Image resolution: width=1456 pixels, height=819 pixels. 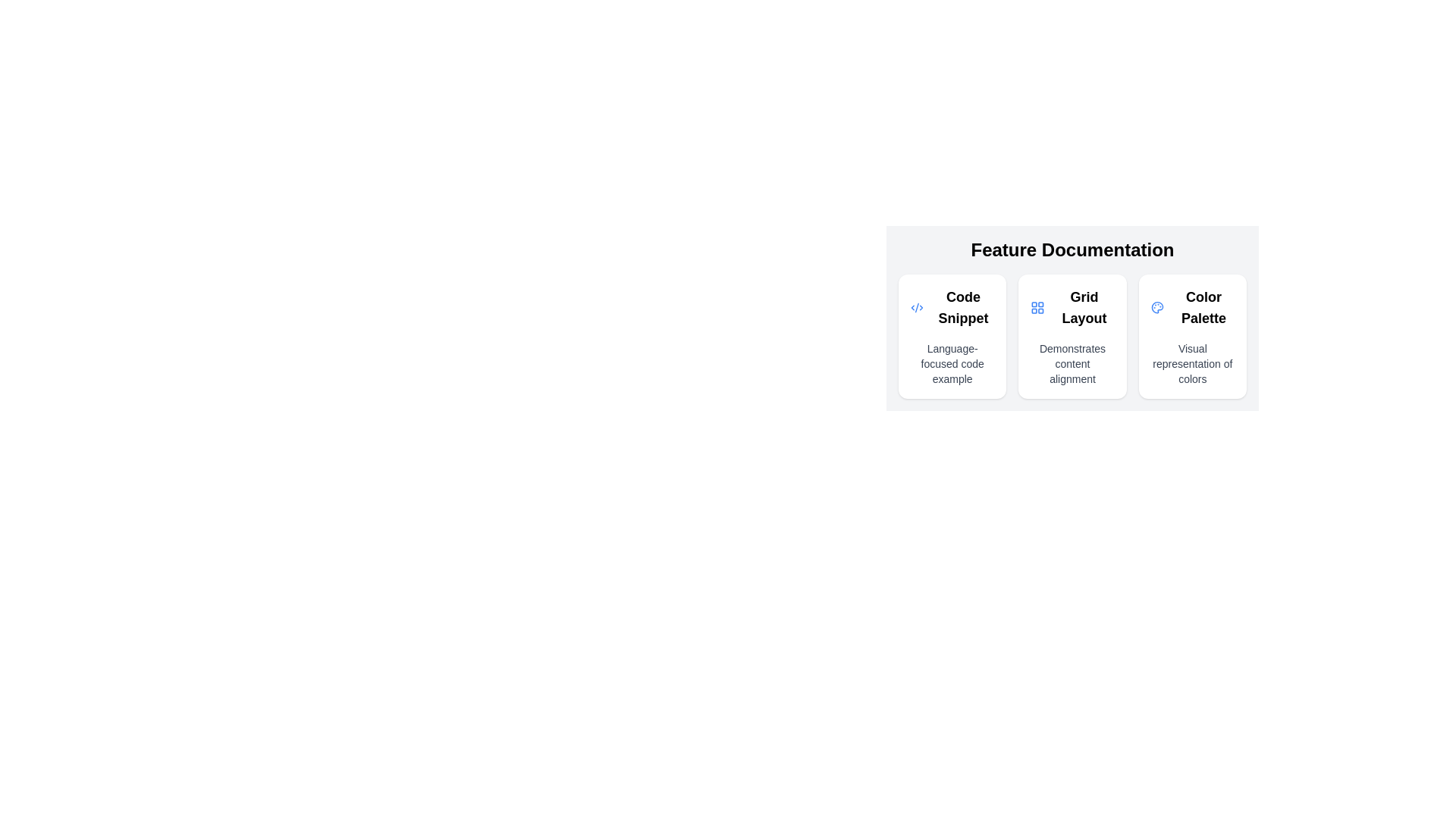 I want to click on the Color Palette icon located within the 'Feature Documentation' group, so click(x=1156, y=307).